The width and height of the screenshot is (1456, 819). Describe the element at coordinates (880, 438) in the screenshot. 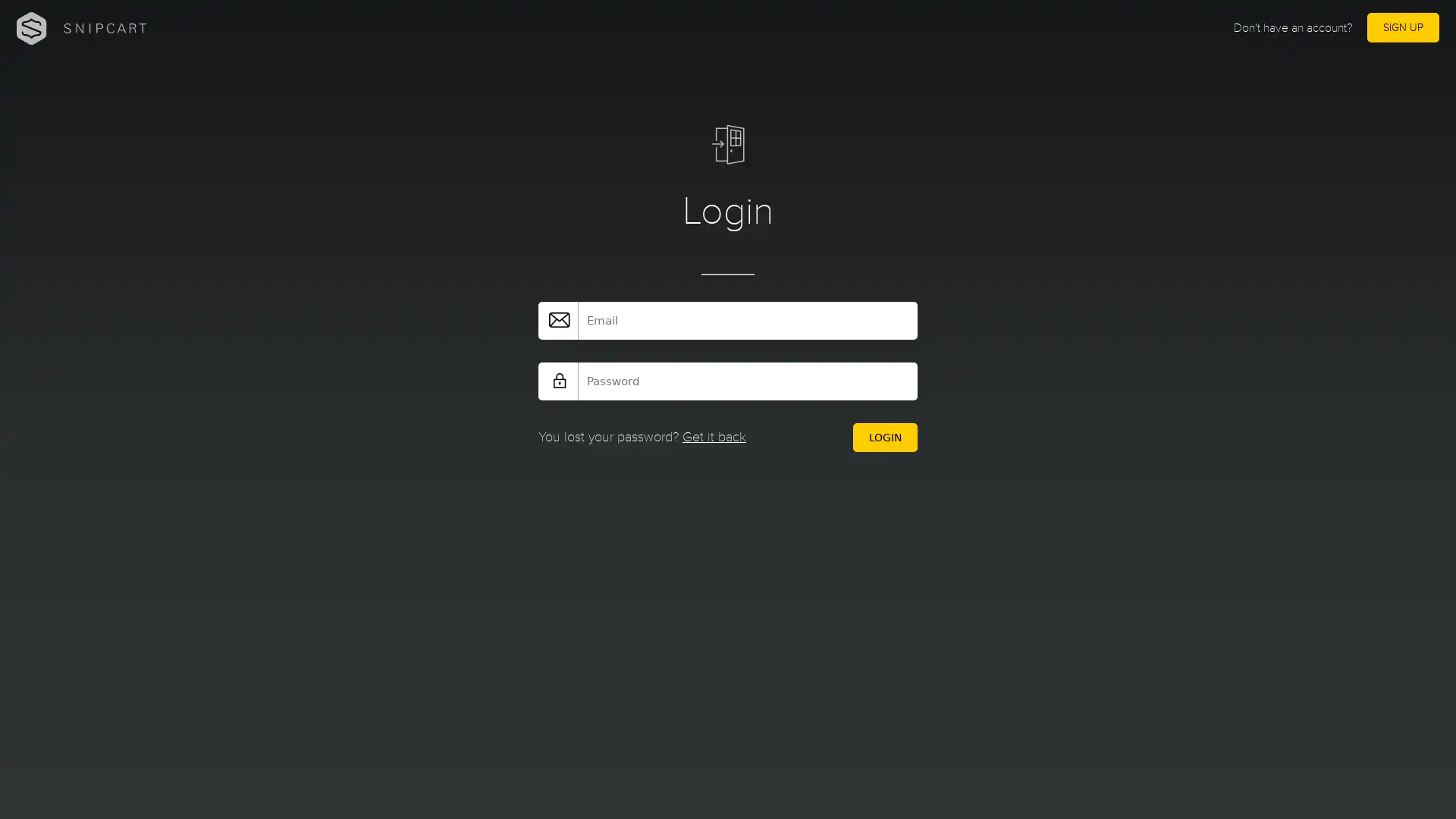

I see `LOGIN` at that location.